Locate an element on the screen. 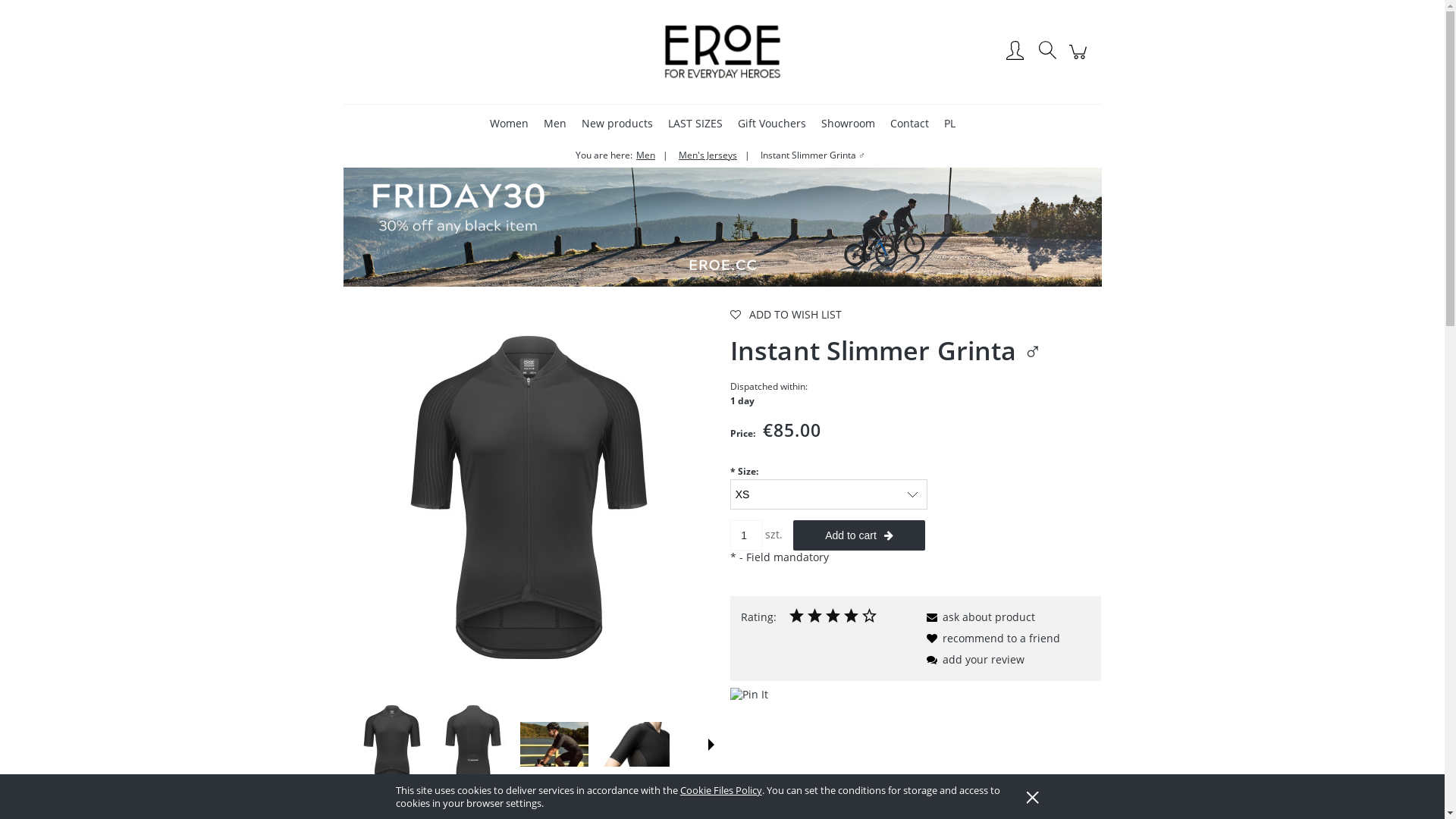 This screenshot has width=1456, height=819. 'Gift Vouchers' is located at coordinates (771, 122).